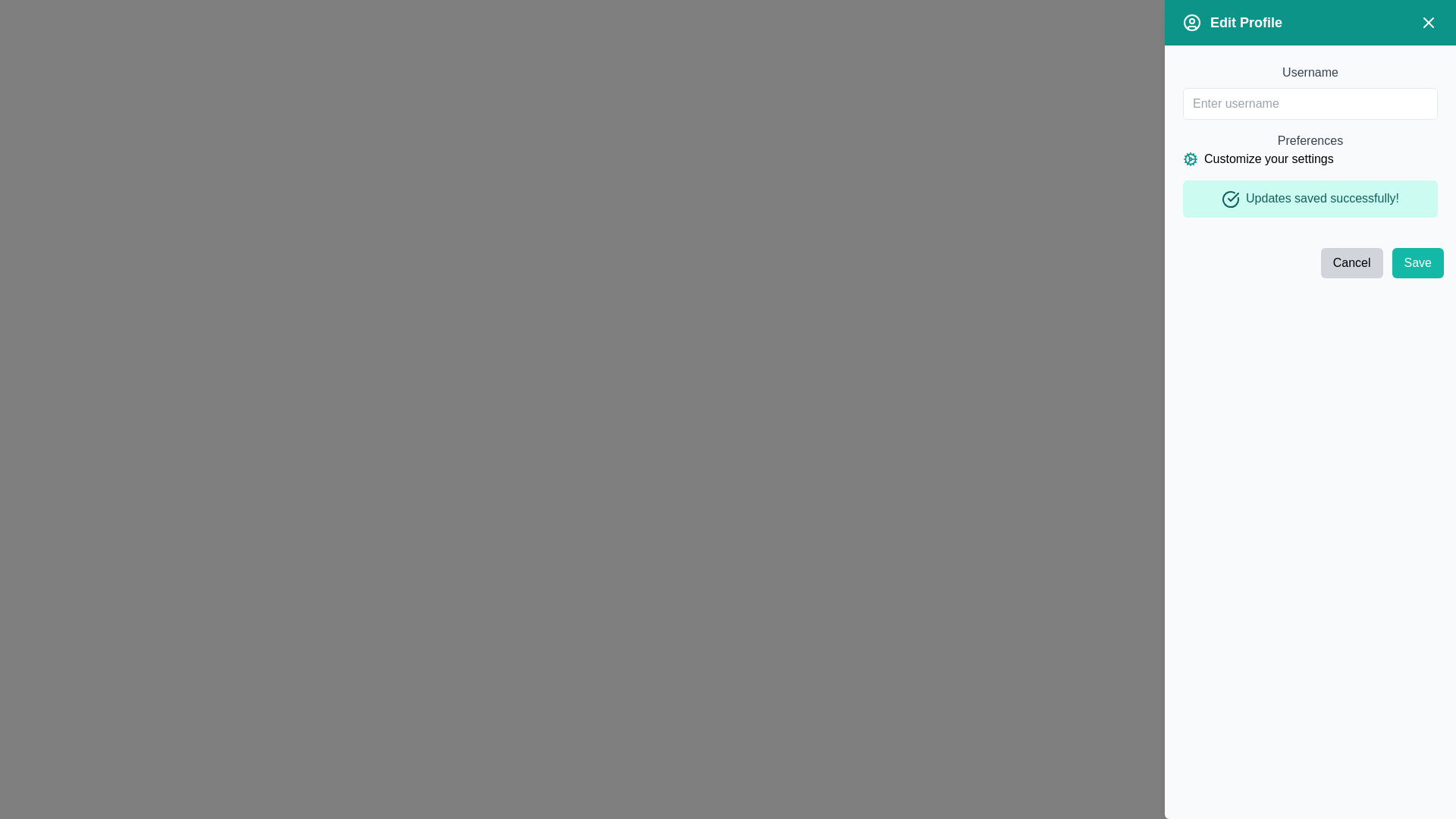 The width and height of the screenshot is (1456, 819). I want to click on the text label that serves as a heading for the settings customization functionality in the 'Edit Profile' modal box, located under the 'Preferences' heading, so click(1269, 158).